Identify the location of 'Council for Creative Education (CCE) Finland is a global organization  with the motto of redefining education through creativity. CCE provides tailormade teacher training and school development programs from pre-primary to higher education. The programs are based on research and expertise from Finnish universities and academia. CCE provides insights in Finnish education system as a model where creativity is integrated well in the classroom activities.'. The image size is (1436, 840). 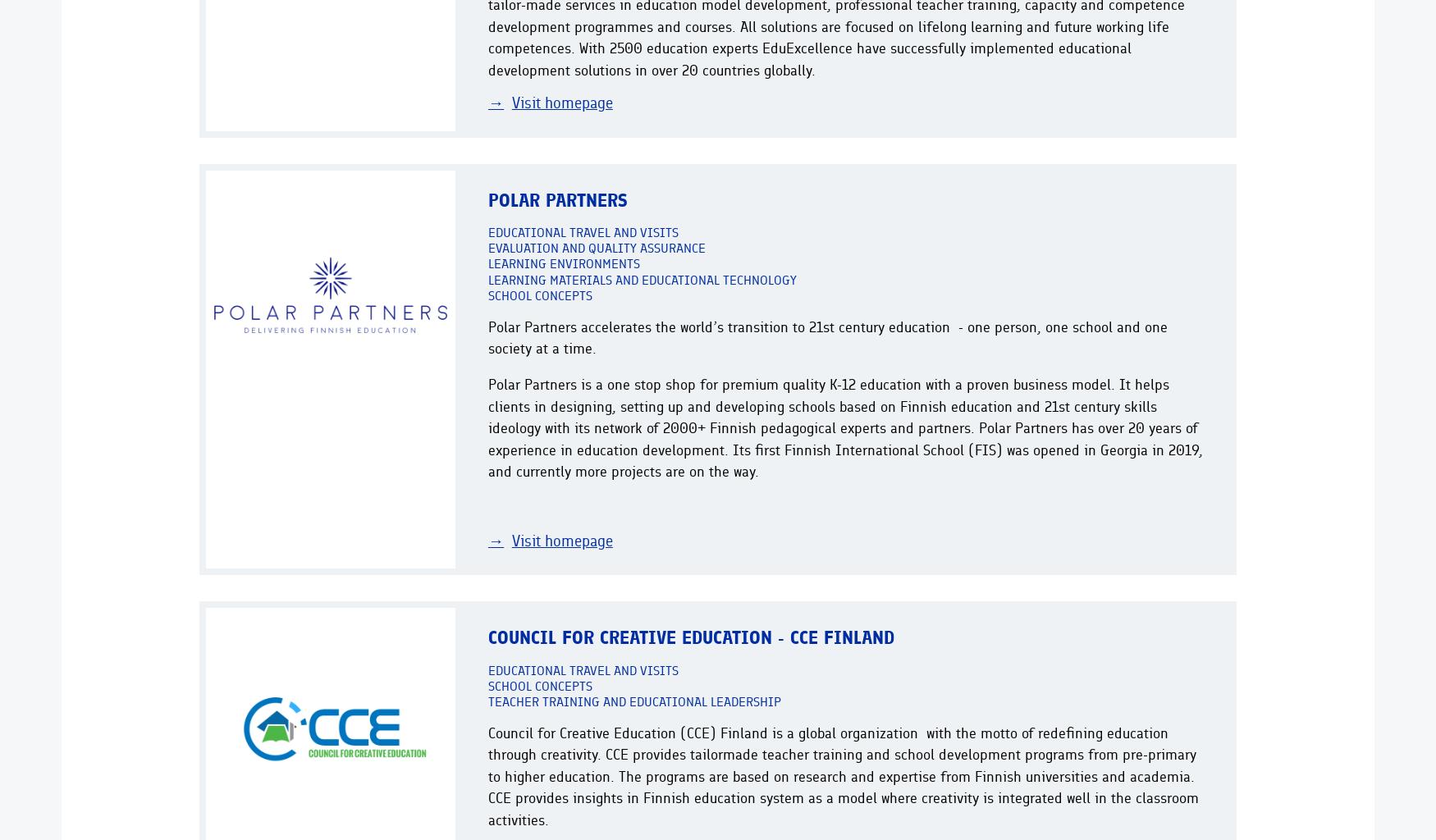
(842, 775).